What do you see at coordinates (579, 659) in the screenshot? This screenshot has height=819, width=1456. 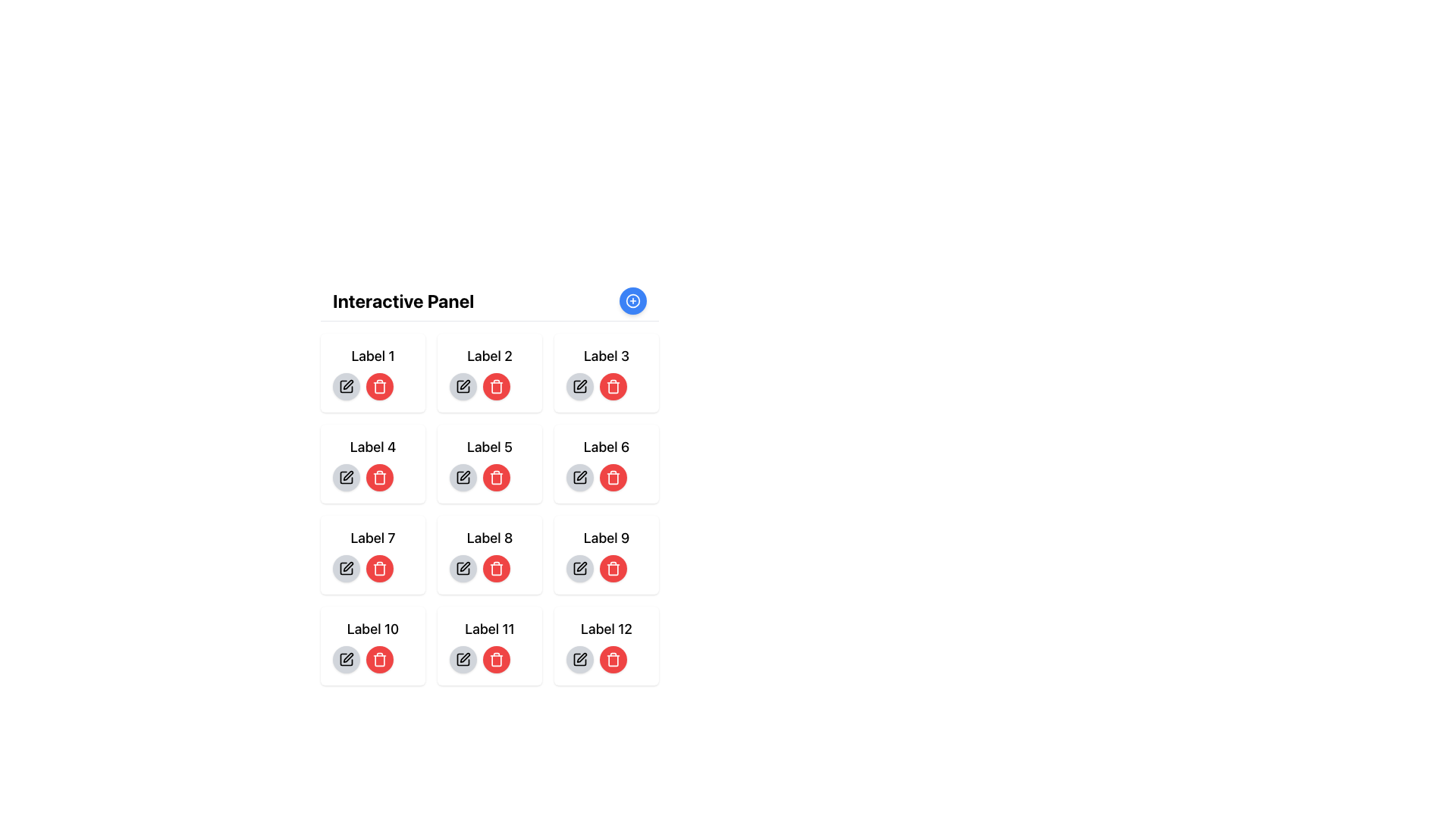 I see `the circular button with a gray background and a pen icon at its center, located below 'Label 12' in the bottom right corner of the grid layout` at bounding box center [579, 659].